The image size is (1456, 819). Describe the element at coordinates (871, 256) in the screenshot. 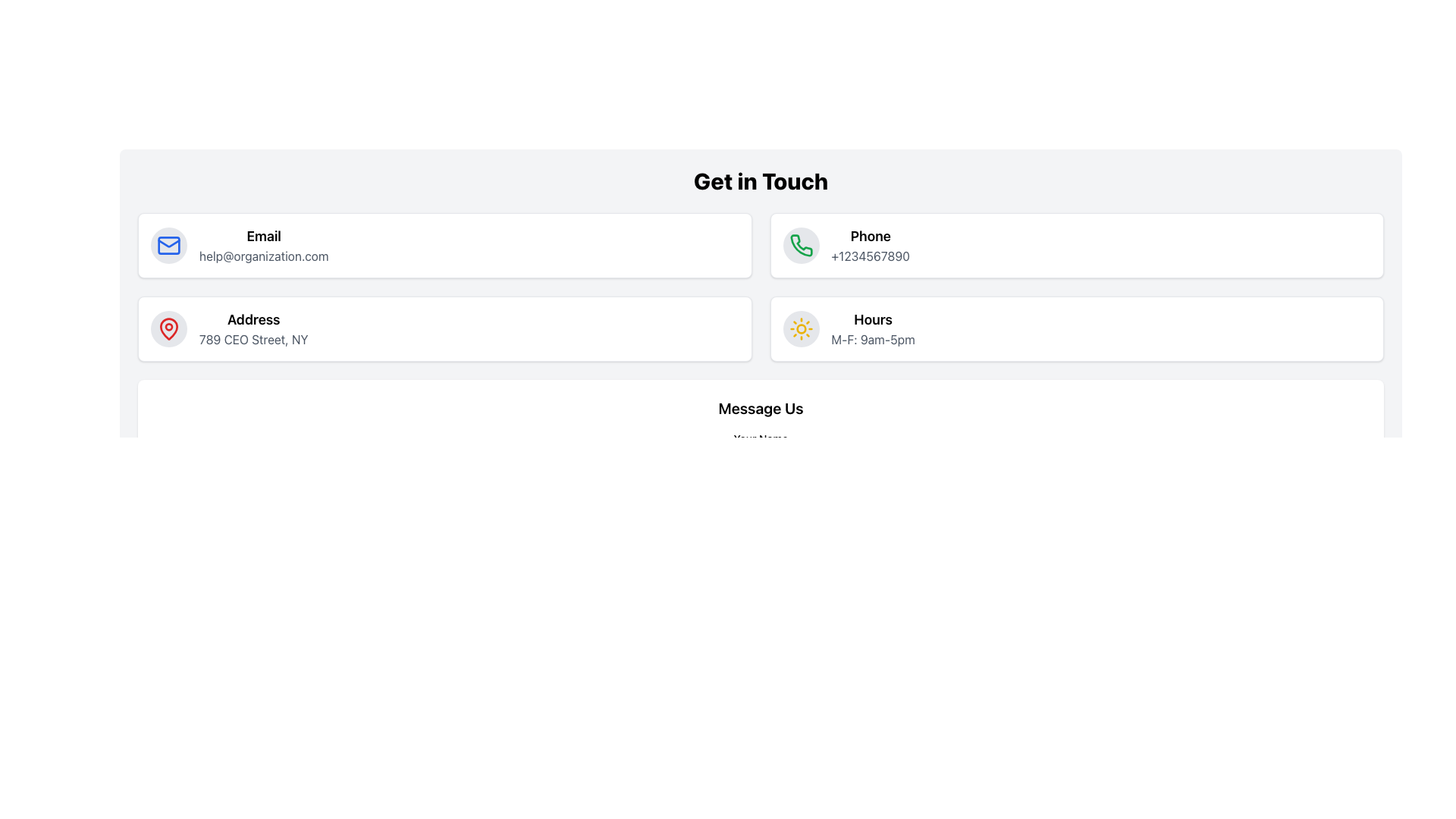

I see `the text display element showing the phone number '+1234567890', styled in gray, located next to the label 'Phone'` at that location.